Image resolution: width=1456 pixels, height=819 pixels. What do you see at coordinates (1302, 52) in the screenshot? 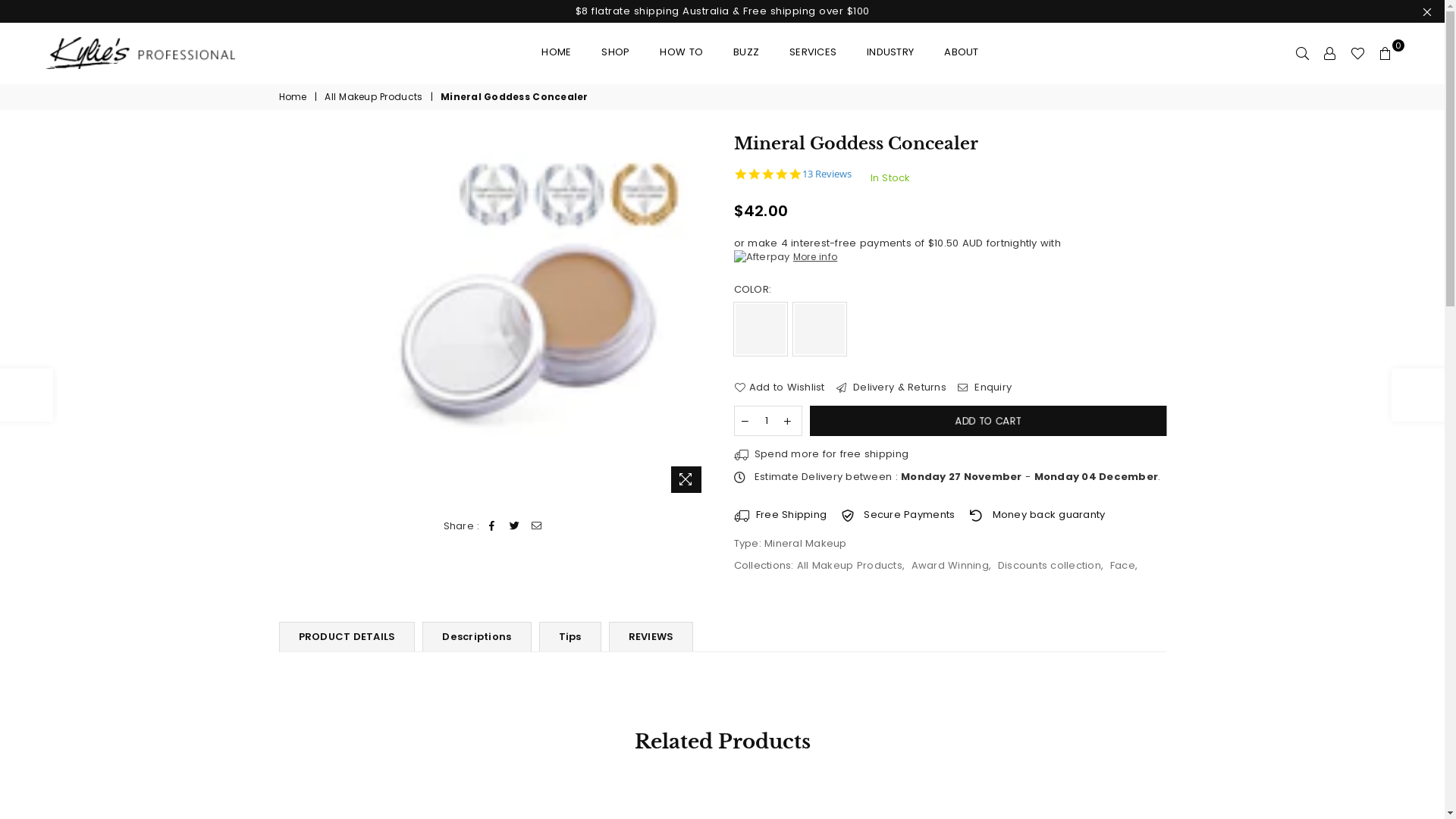
I see `'Search'` at bounding box center [1302, 52].